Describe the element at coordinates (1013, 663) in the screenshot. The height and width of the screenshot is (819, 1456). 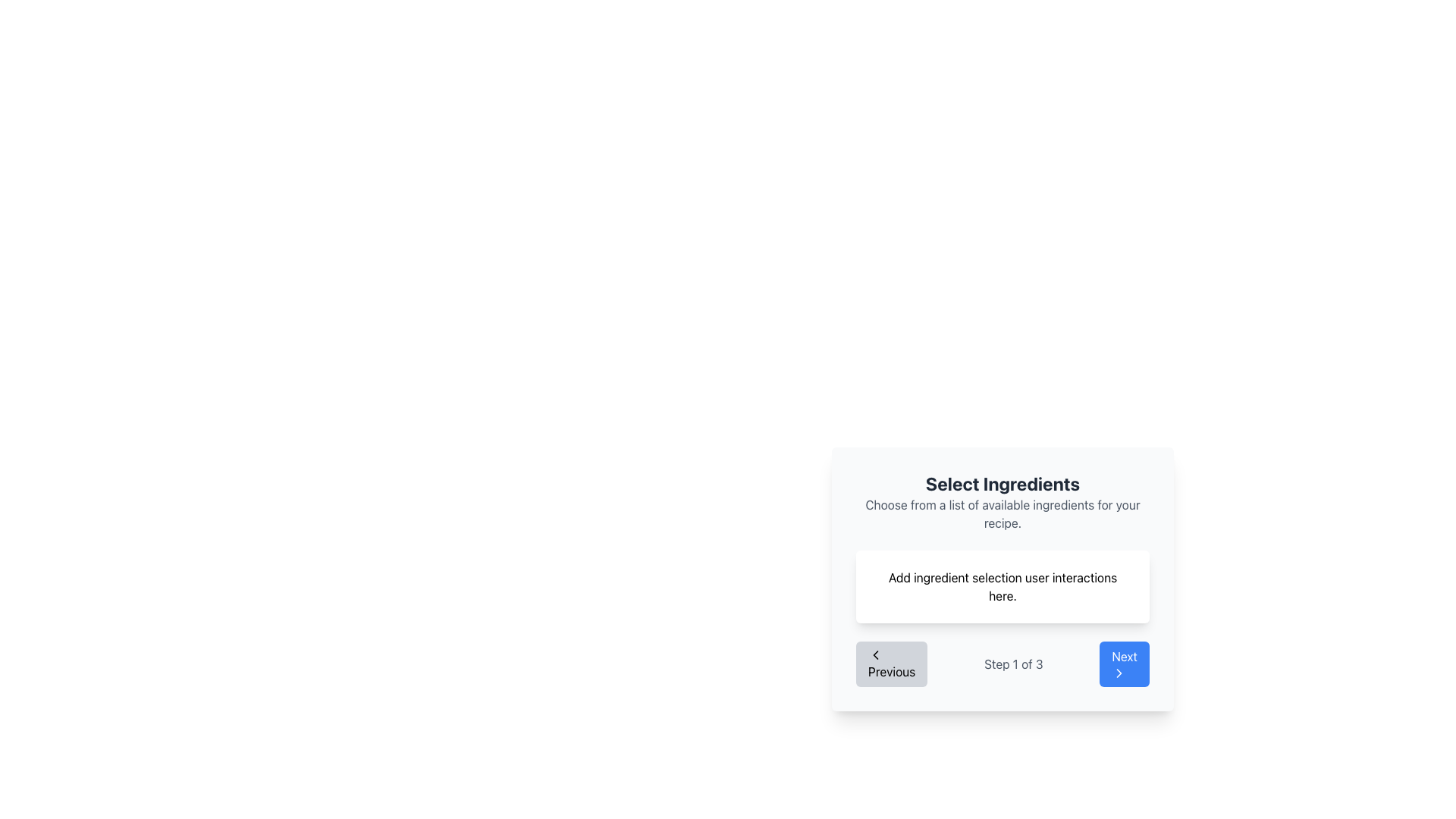
I see `the progress indicator Text Label located at the center of the navigation bar, which displays the current step number and total steps in the process` at that location.